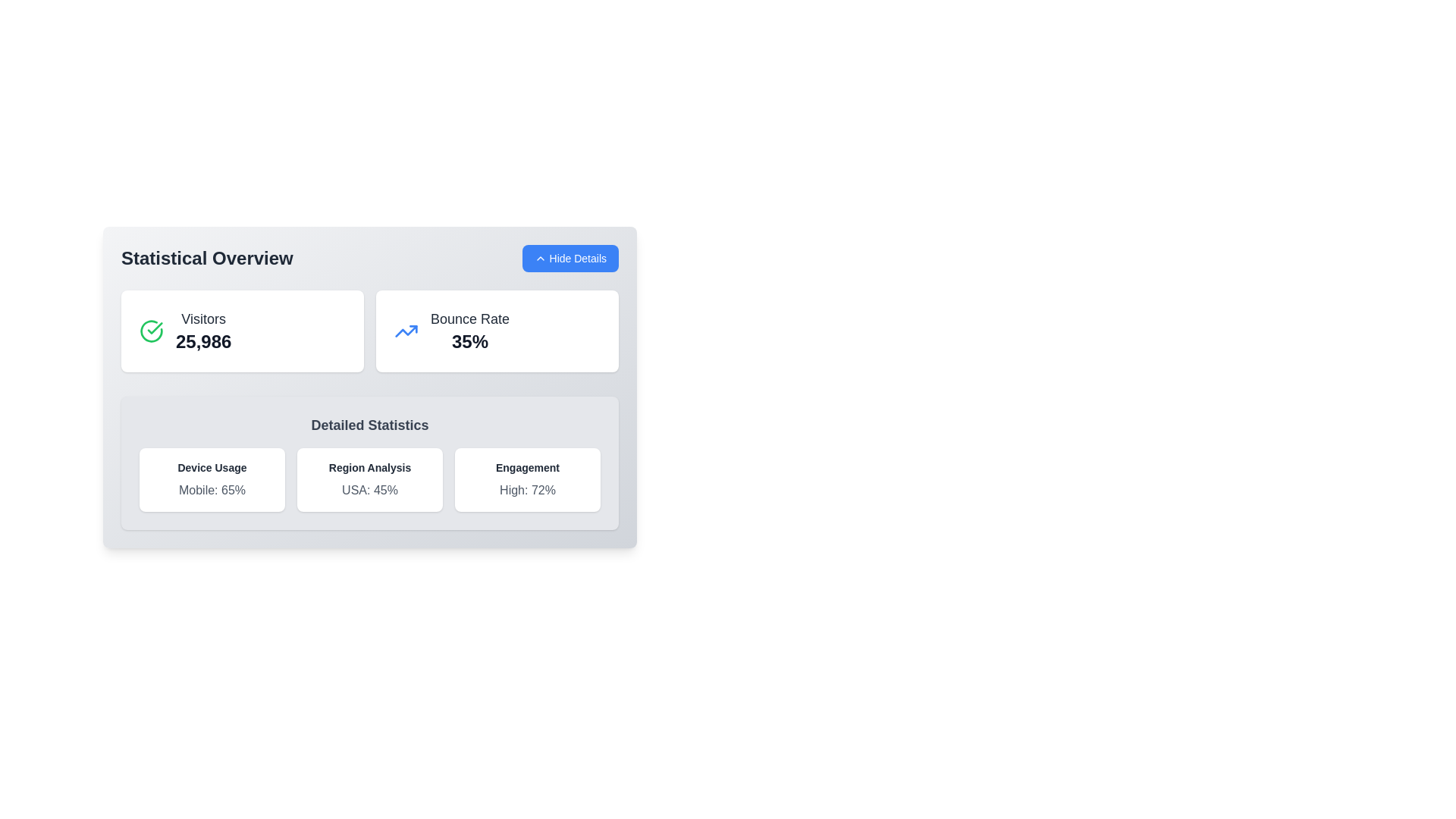 This screenshot has height=819, width=1456. I want to click on the informational display card located in the bottom right corner of the grid layout, displaying analytics information about user engagement, with a level of 'High' and a percentage of '72%.', so click(528, 479).